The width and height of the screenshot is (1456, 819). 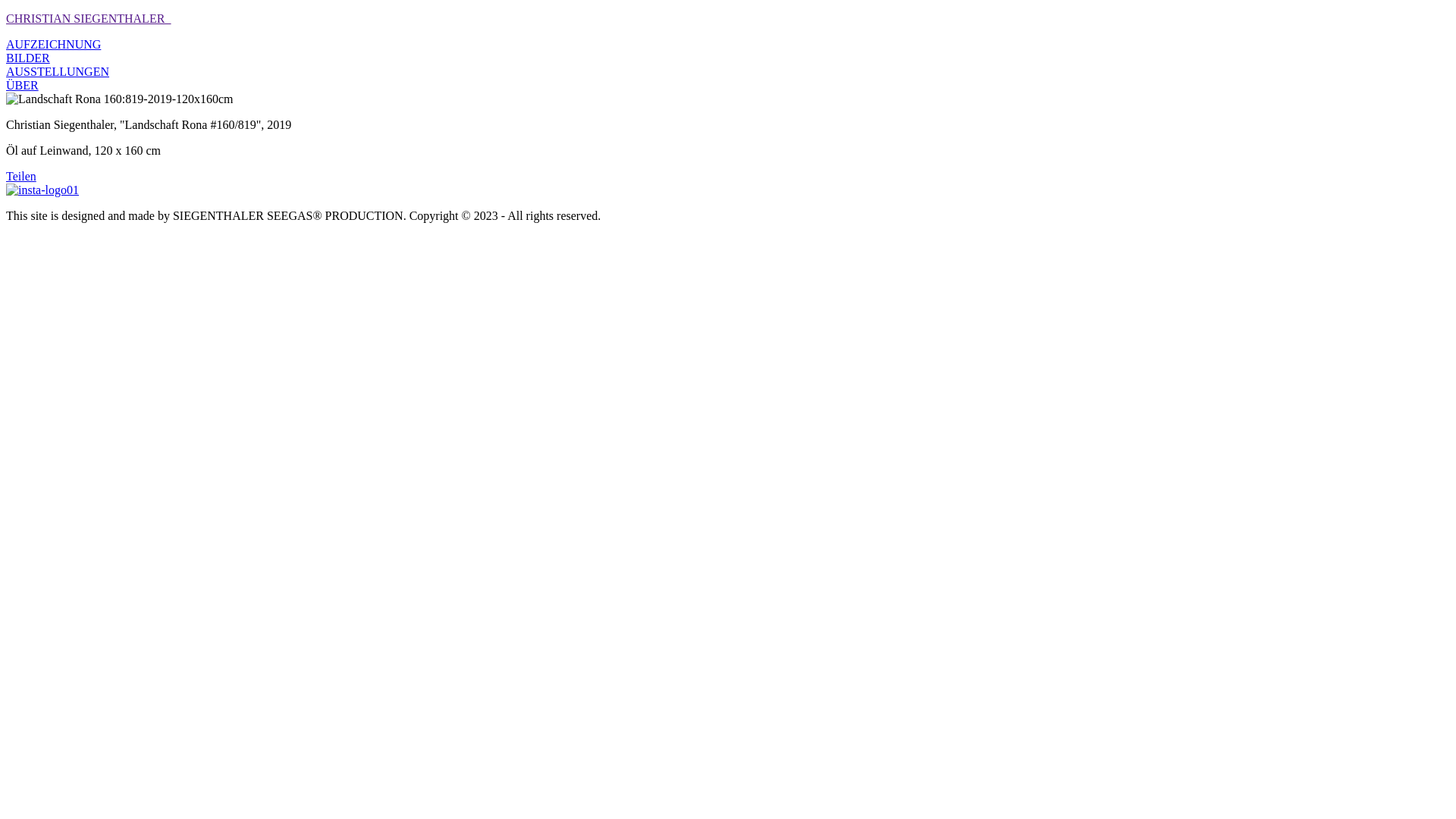 What do you see at coordinates (6, 43) in the screenshot?
I see `'AUFZEICHNUNG'` at bounding box center [6, 43].